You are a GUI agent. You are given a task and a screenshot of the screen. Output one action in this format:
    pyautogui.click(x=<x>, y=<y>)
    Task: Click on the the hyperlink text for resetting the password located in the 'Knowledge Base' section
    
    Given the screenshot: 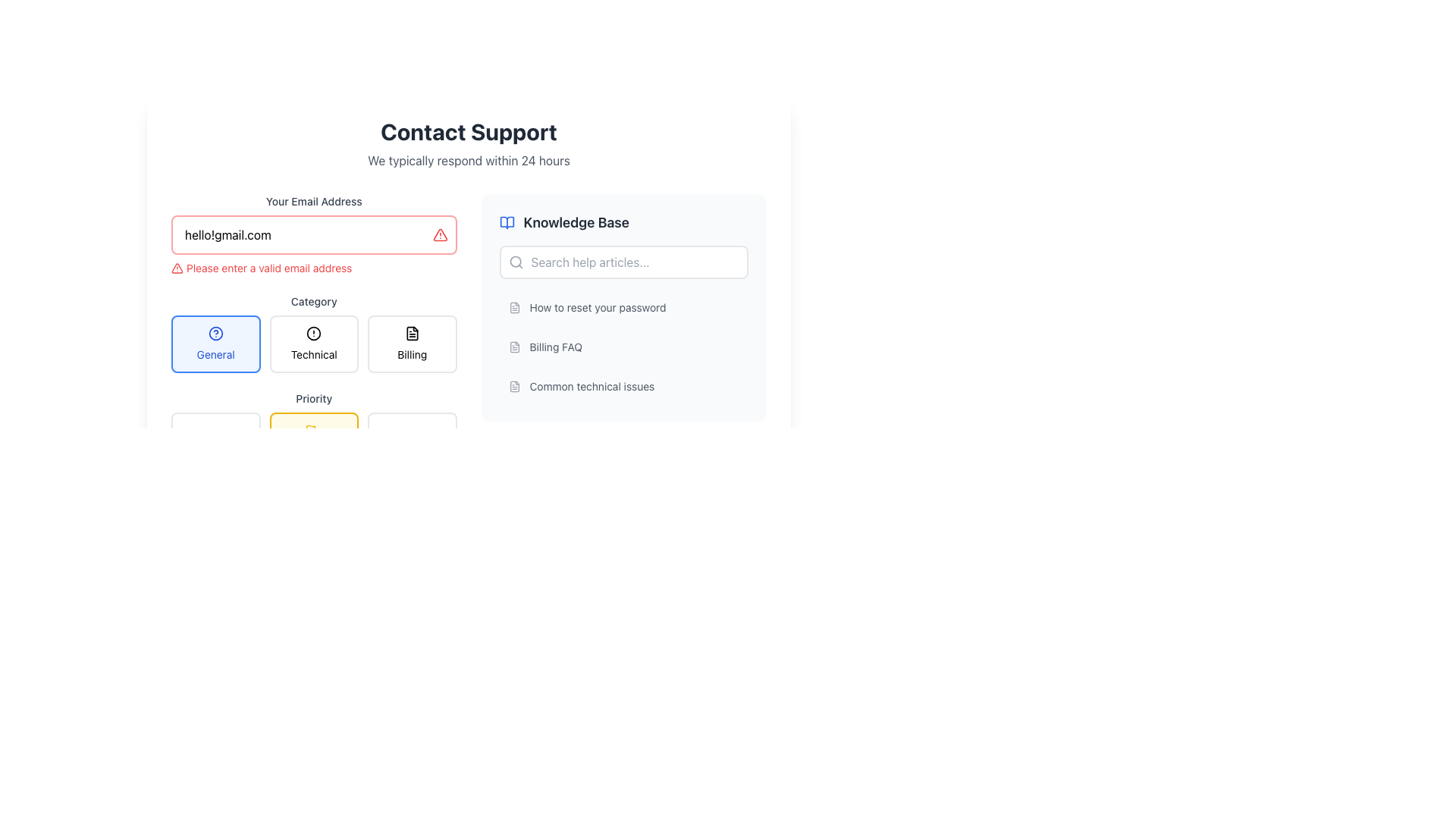 What is the action you would take?
    pyautogui.click(x=623, y=307)
    